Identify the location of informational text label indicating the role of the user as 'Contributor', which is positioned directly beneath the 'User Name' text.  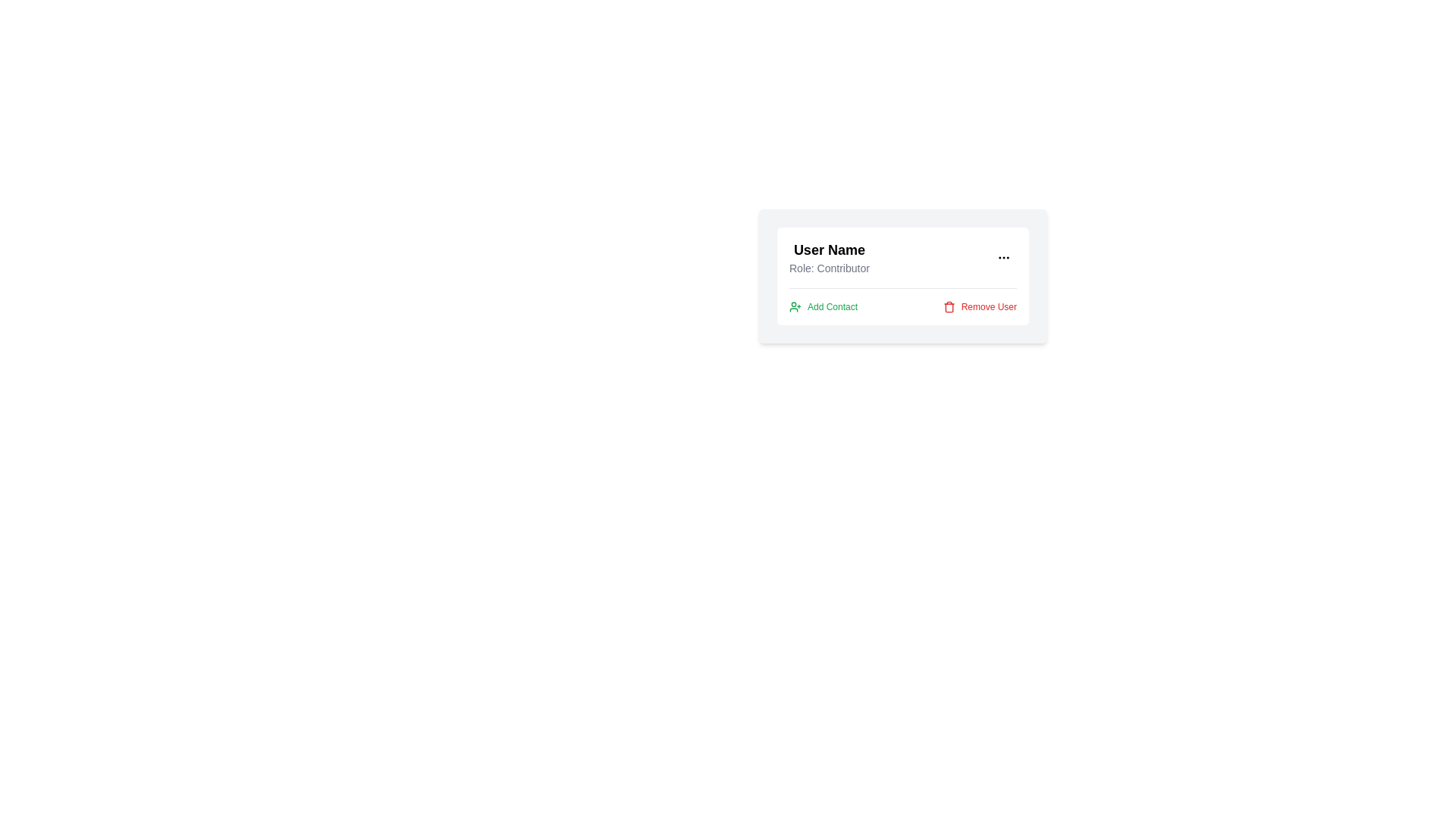
(828, 268).